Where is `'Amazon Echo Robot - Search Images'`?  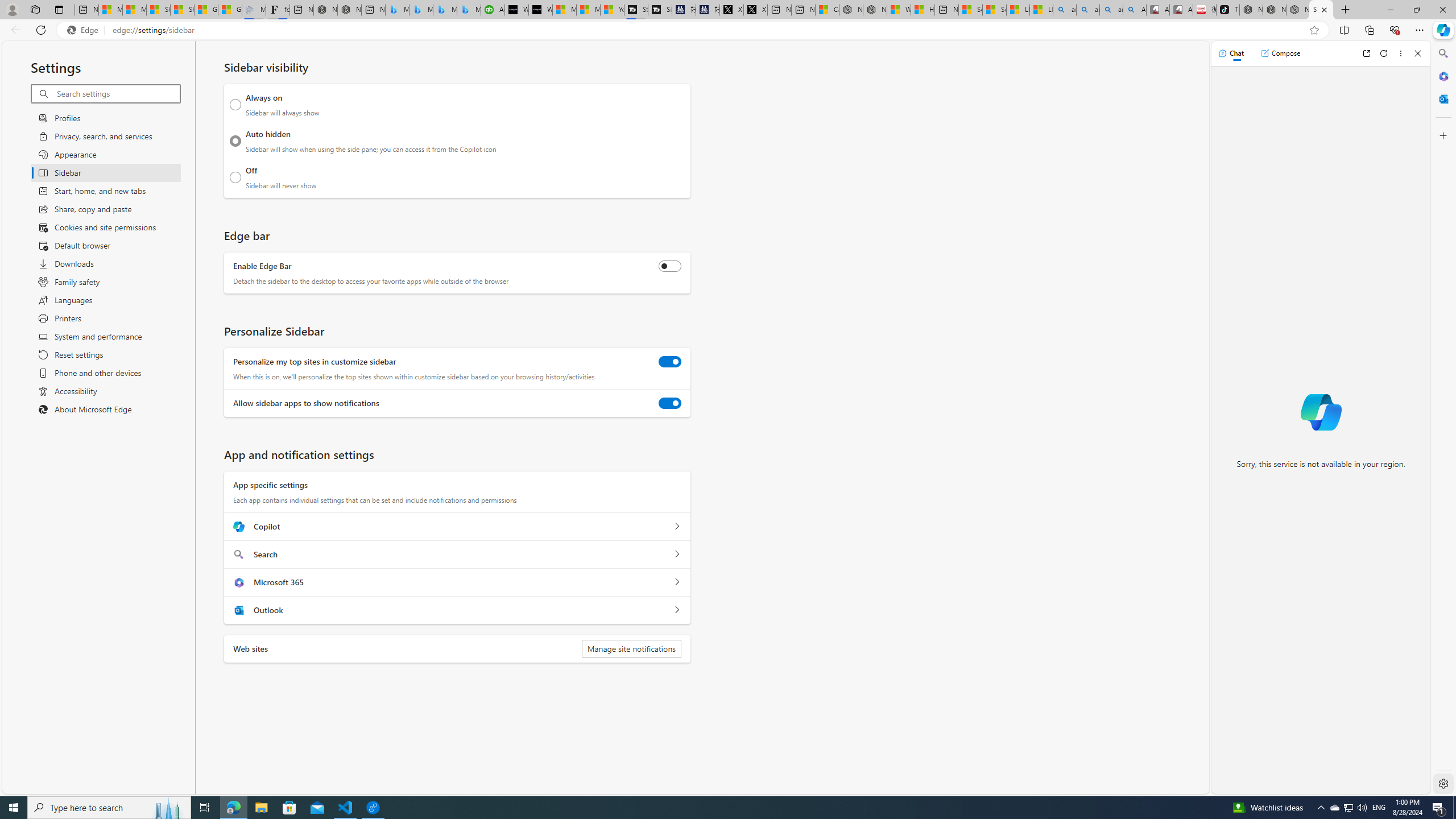 'Amazon Echo Robot - Search Images' is located at coordinates (1134, 9).